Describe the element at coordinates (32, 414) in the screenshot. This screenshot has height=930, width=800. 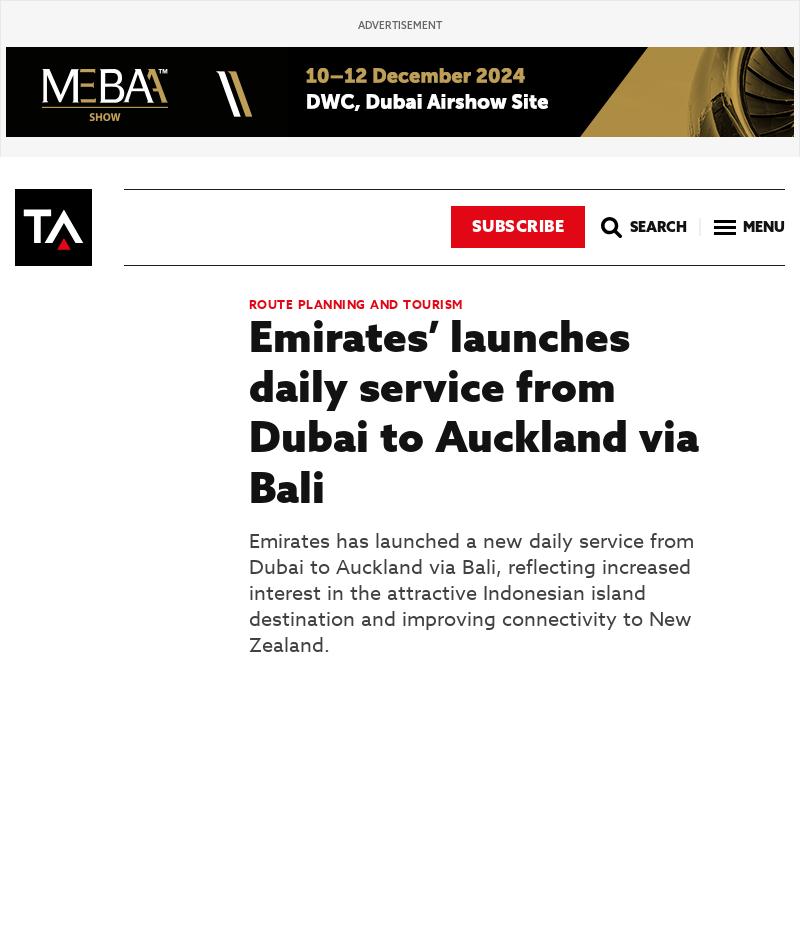
I see `'3'` at that location.